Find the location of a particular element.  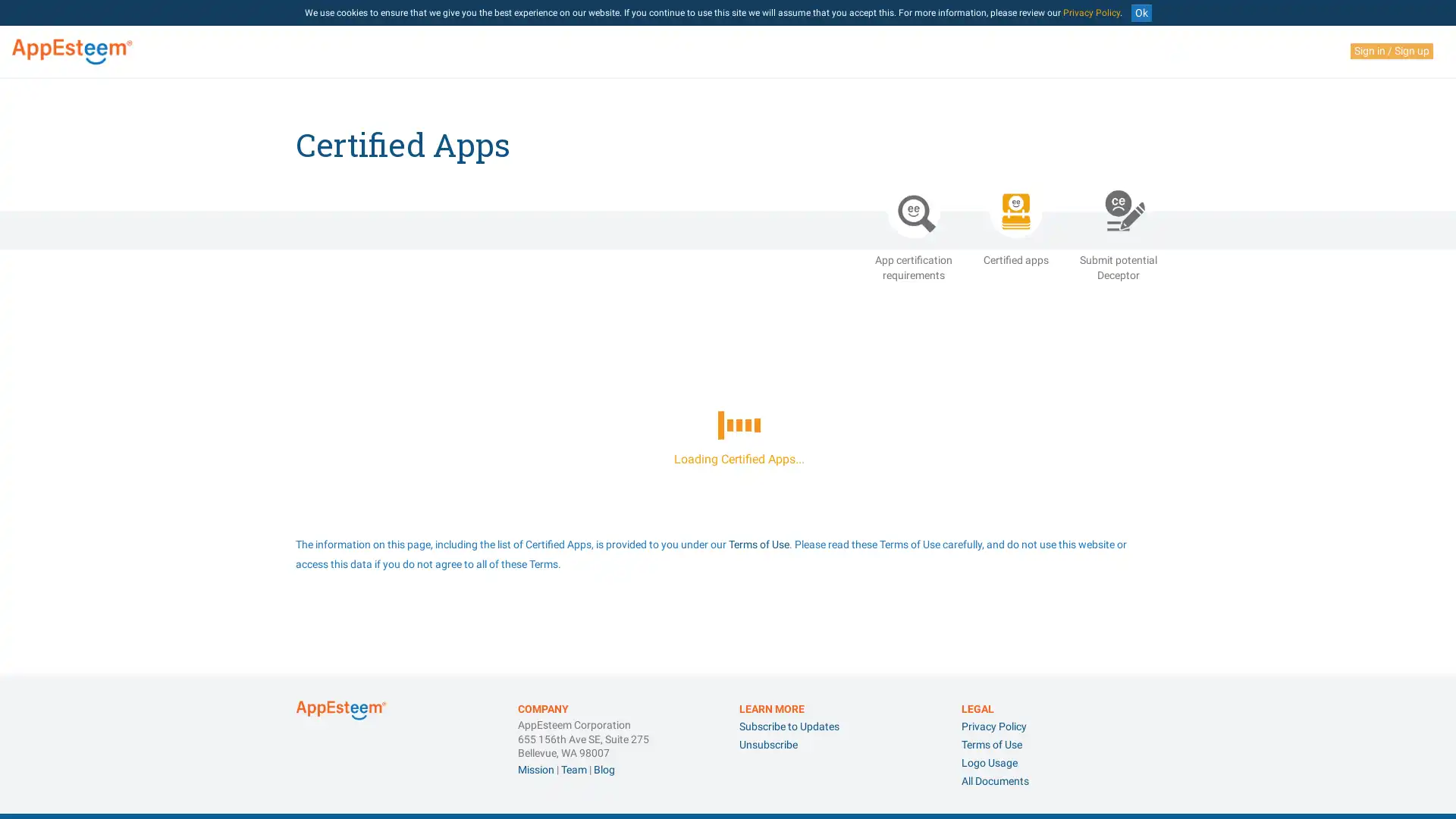

Last is located at coordinates (1147, 757).